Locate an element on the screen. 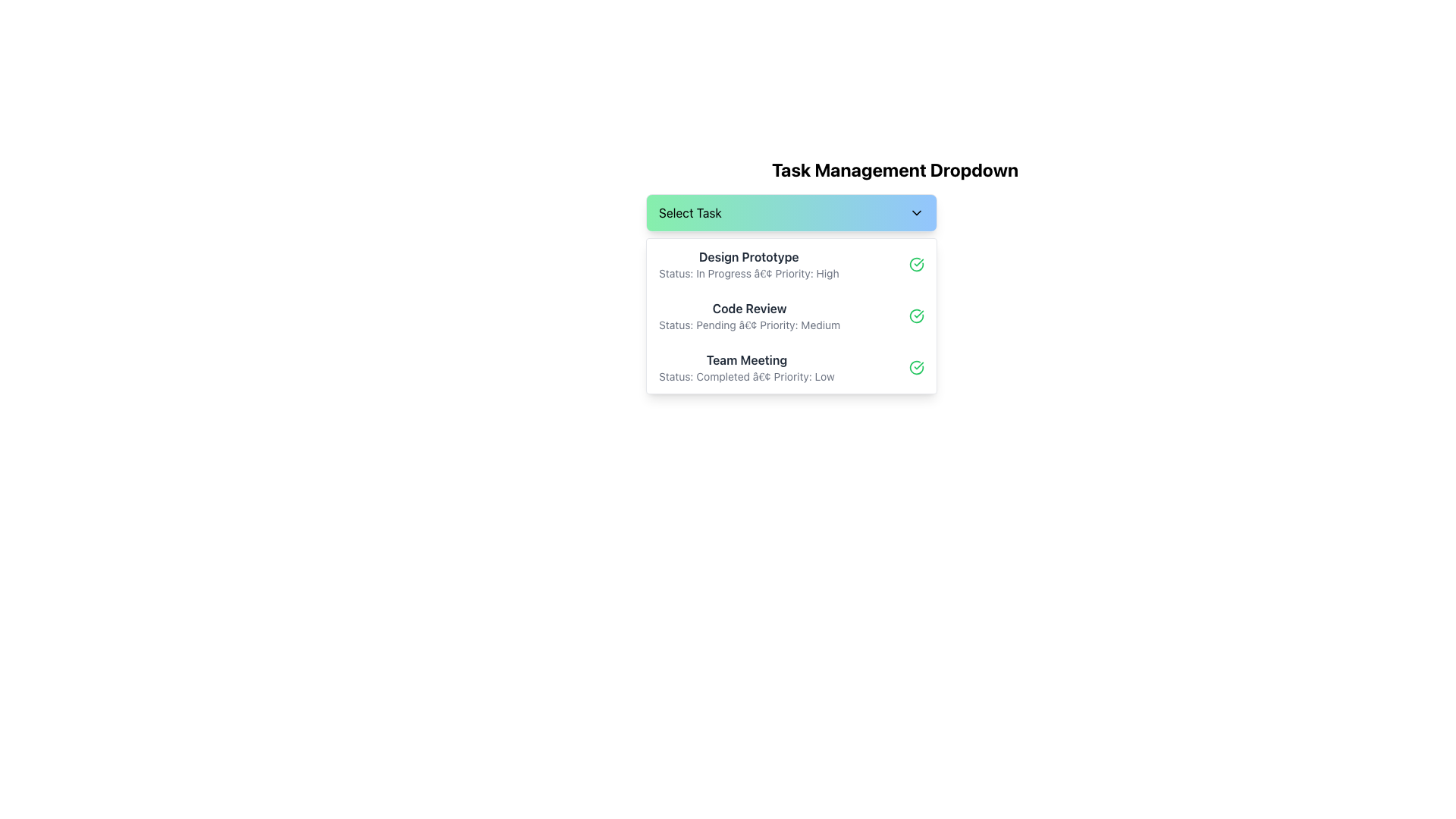 The height and width of the screenshot is (819, 1456). the green circular icon with a white checkmark, located in the rightmost section of the 'Team Meeting' row, adjacent to the text 'Status: Completed • Priority: Low' is located at coordinates (916, 368).